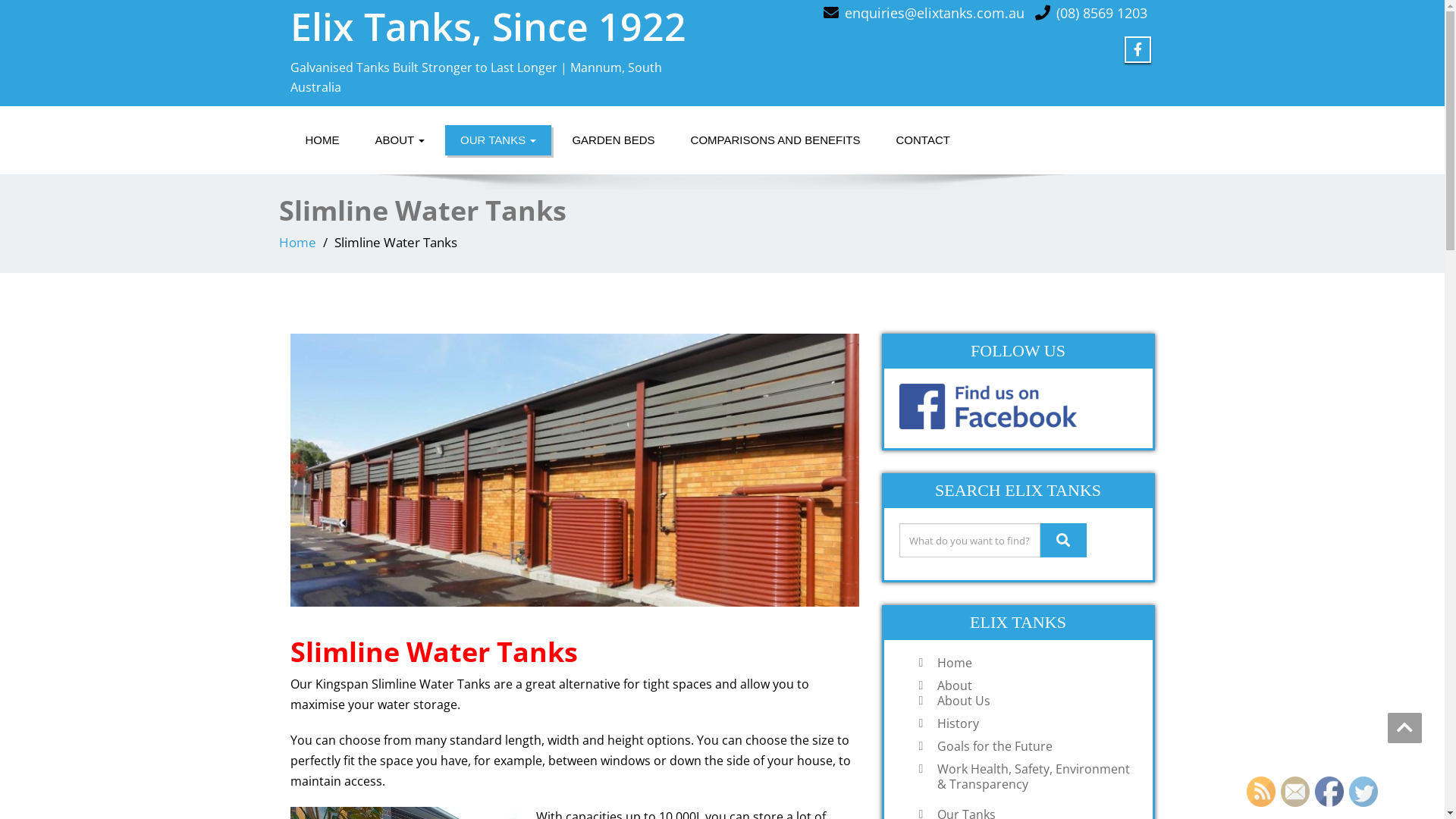  What do you see at coordinates (1033, 745) in the screenshot?
I see `'Goals for the Future'` at bounding box center [1033, 745].